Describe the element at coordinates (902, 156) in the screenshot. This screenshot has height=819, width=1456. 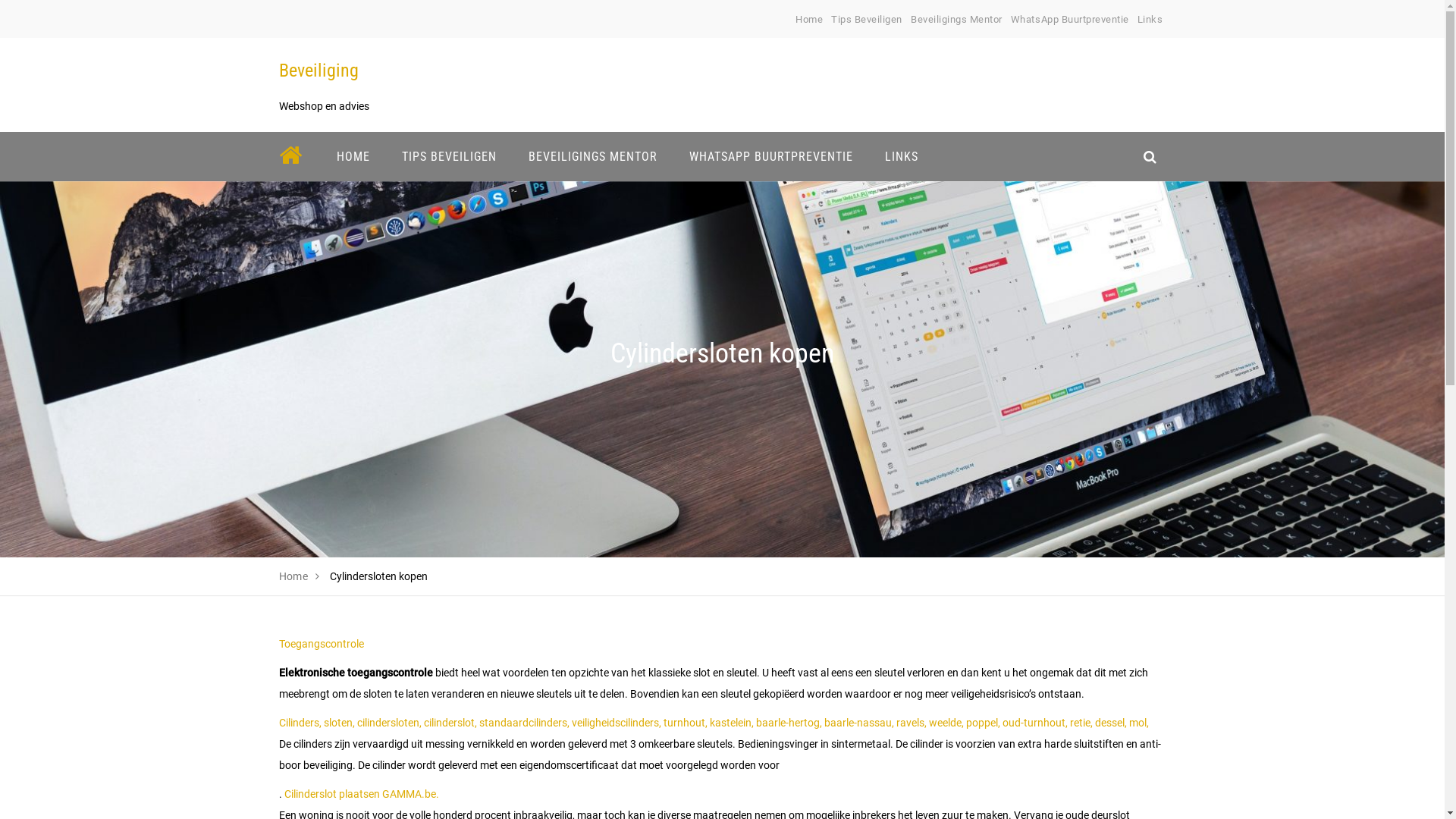
I see `'LINKS'` at that location.